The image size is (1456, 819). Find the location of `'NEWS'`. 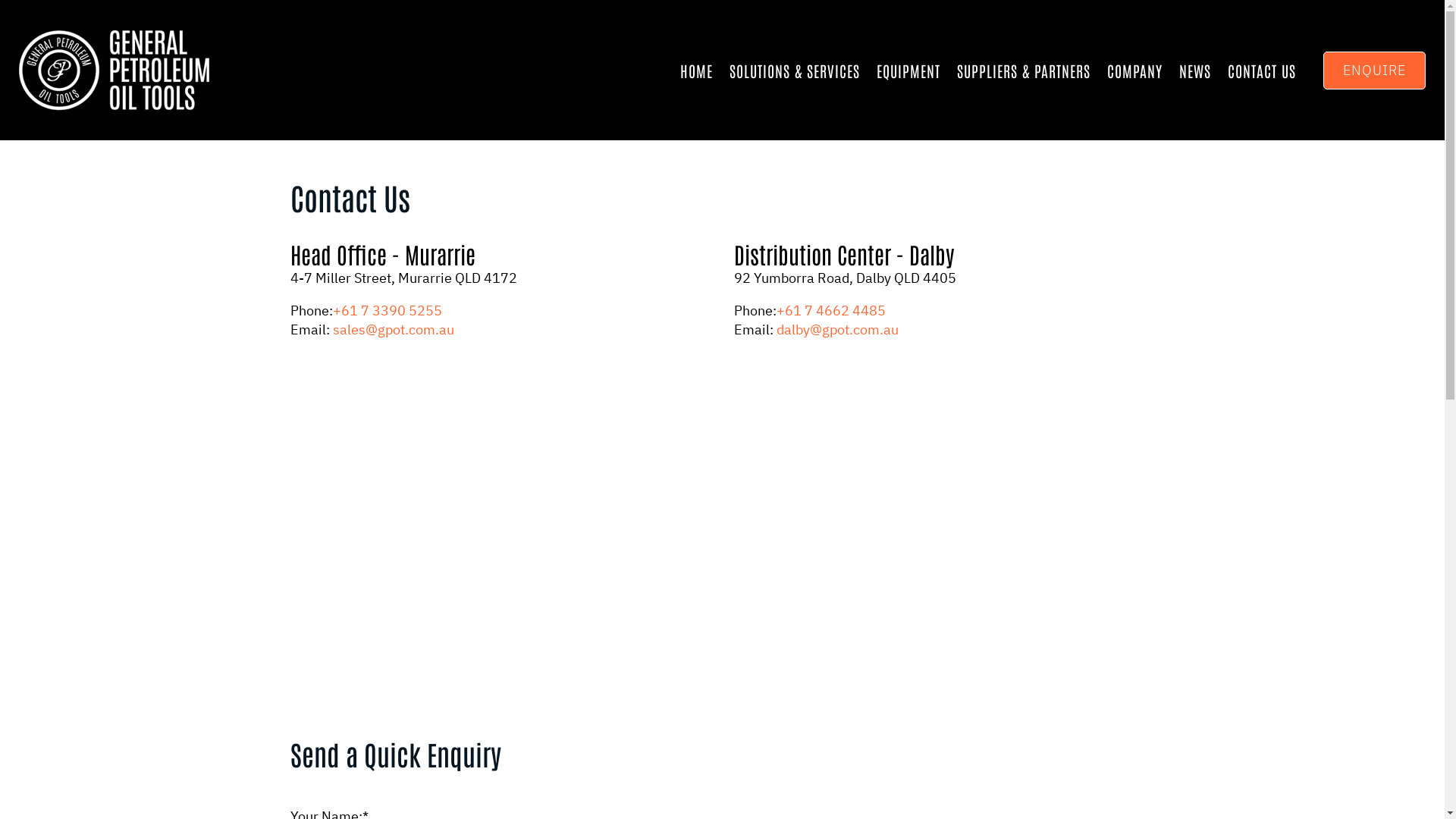

'NEWS' is located at coordinates (1194, 70).